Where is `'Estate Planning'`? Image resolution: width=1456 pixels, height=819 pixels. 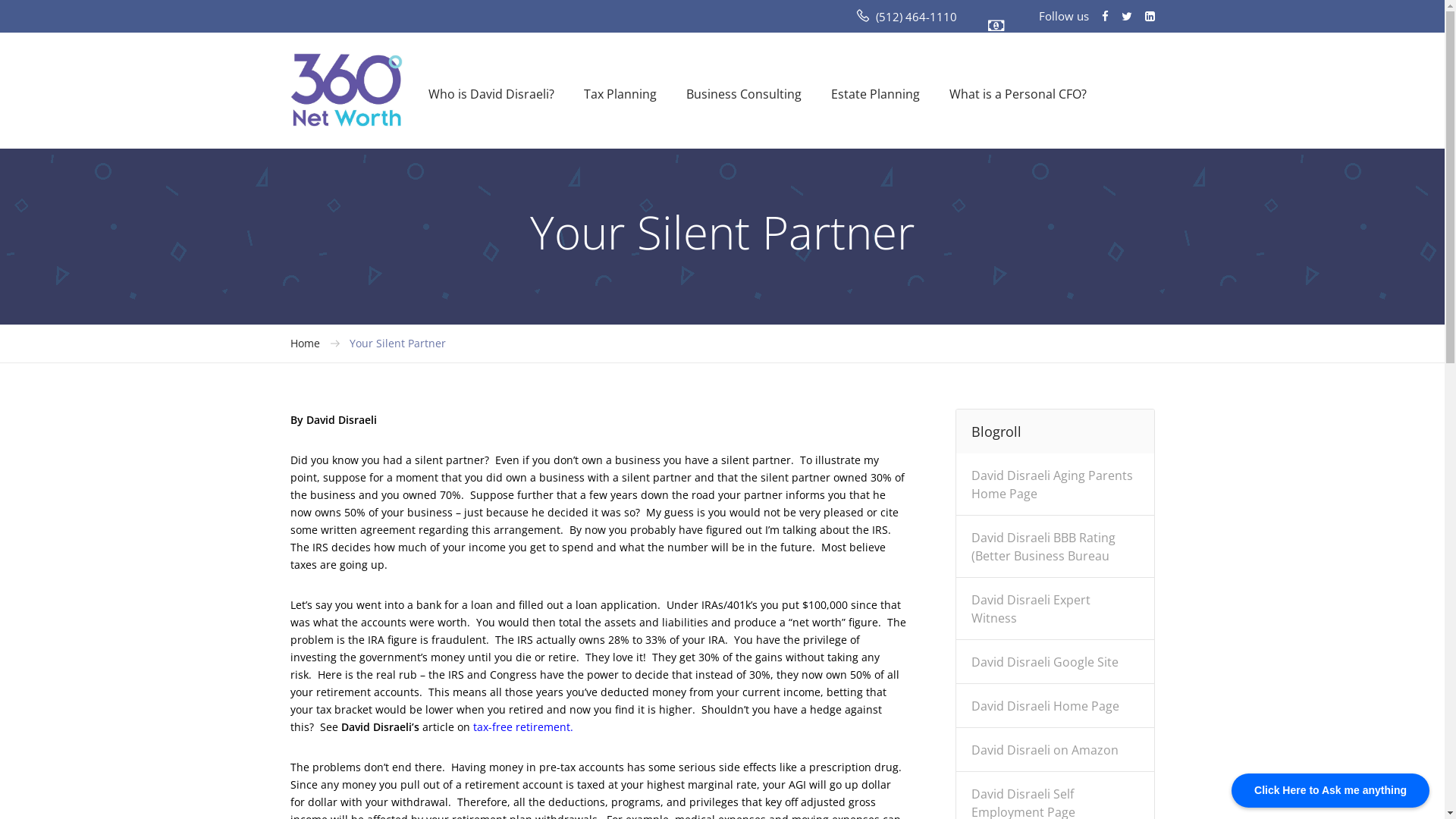
'Estate Planning' is located at coordinates (875, 93).